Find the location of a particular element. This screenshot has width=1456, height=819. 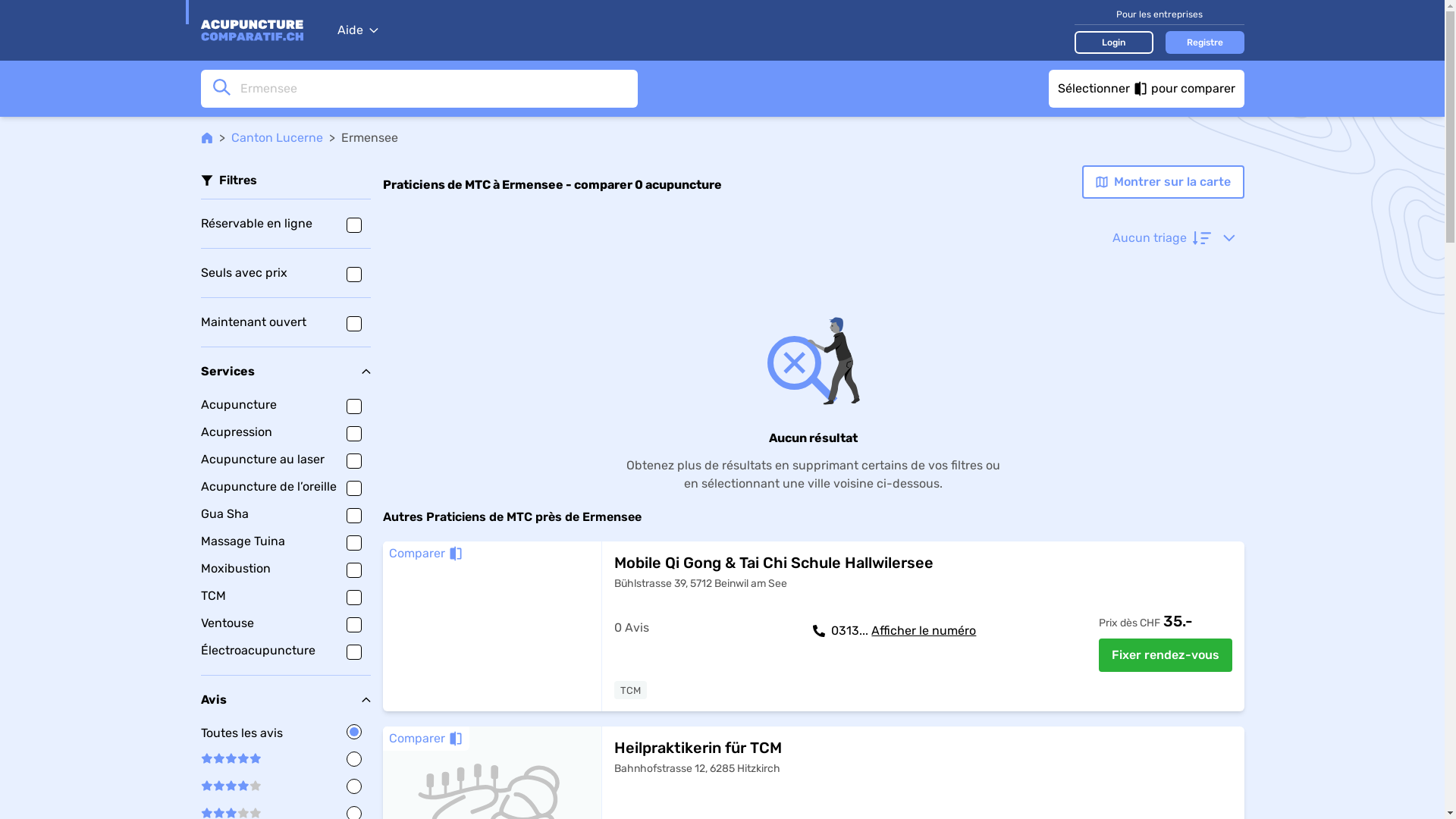

'Maintenant ouvert' is located at coordinates (284, 321).